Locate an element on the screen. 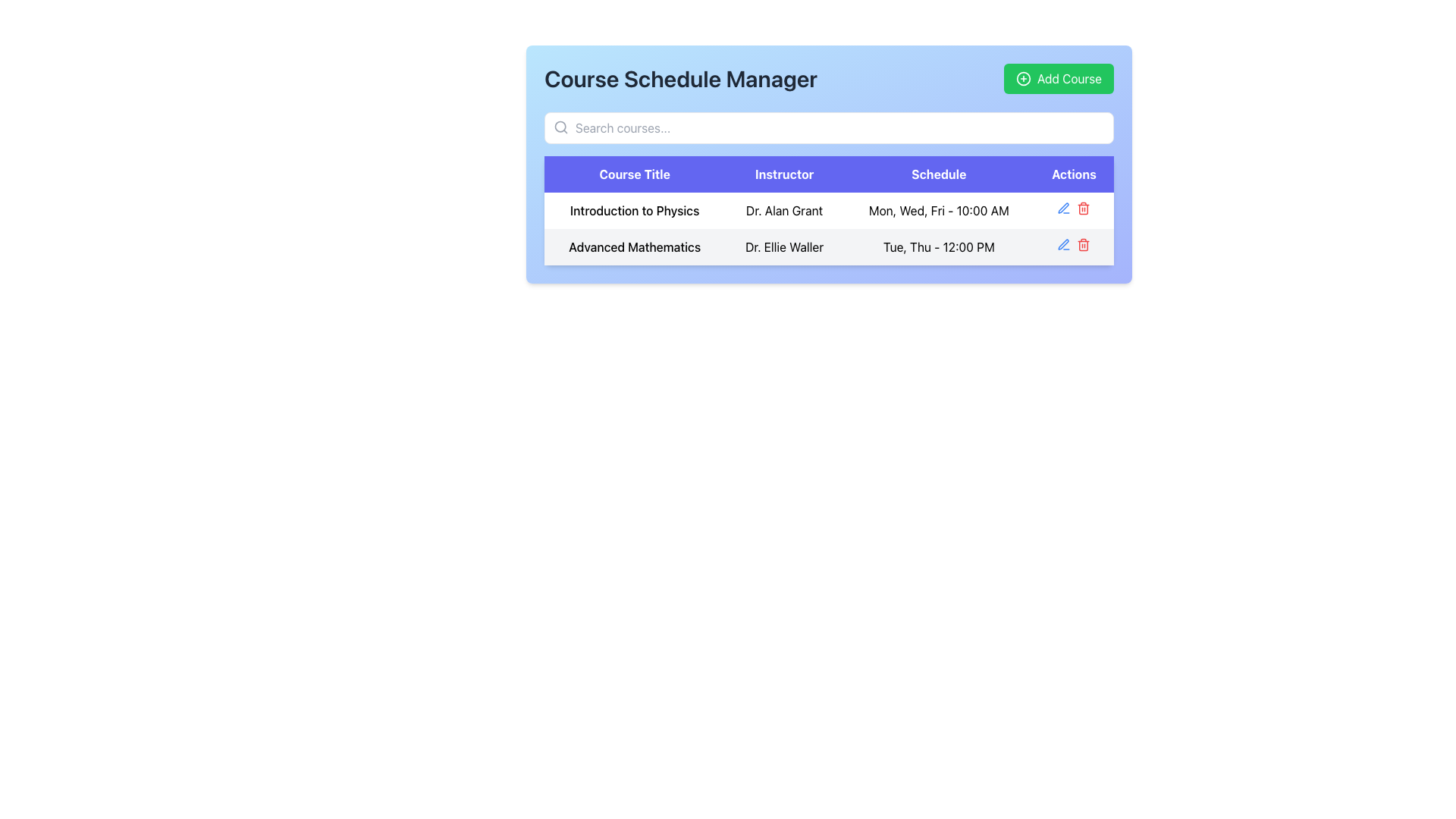 Image resolution: width=1456 pixels, height=819 pixels. the pen-shaped icon located in the second row of the 'Actions' column for the 'Advanced Mathematics' course to initiate course editing is located at coordinates (1063, 208).